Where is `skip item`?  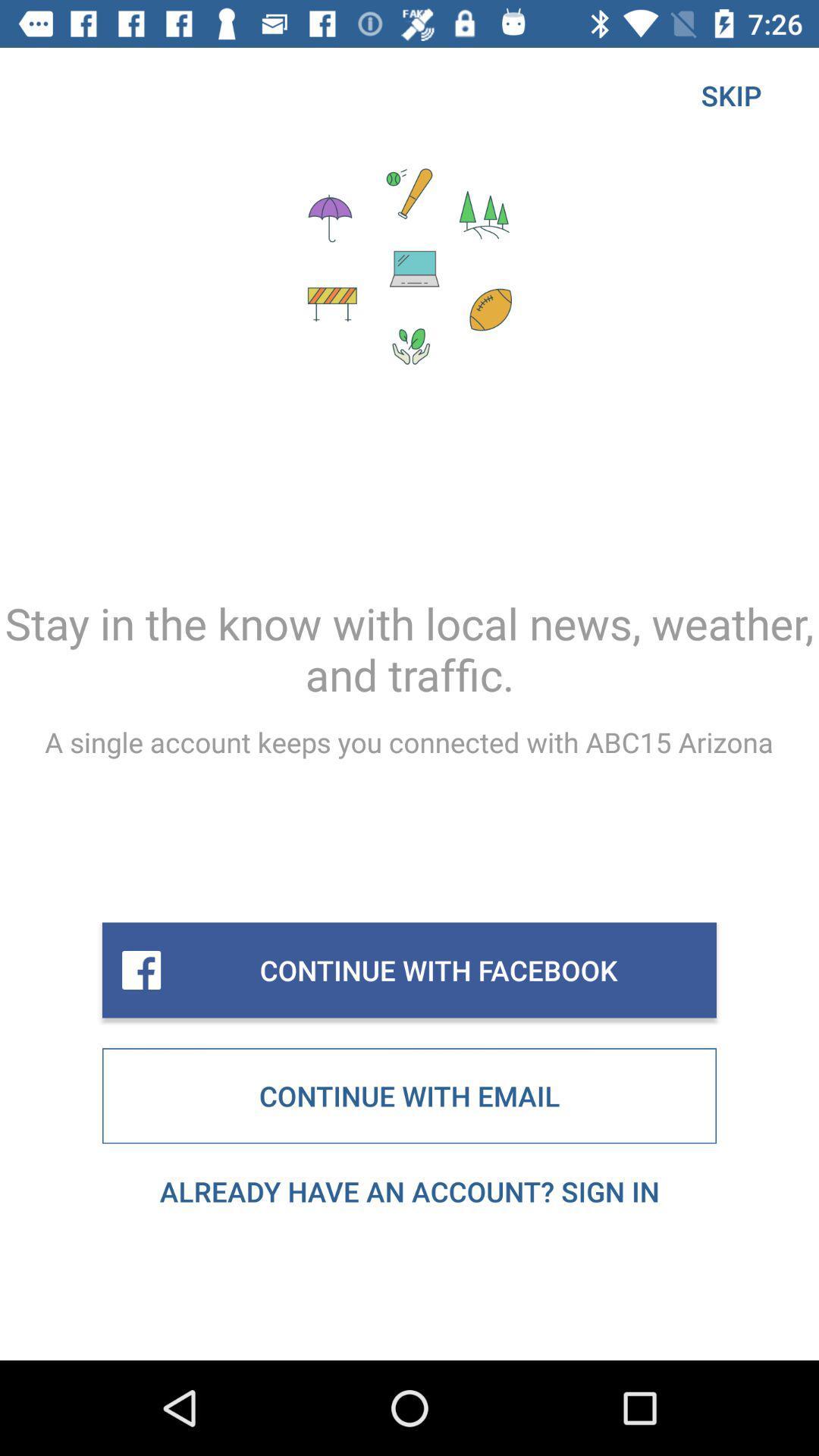
skip item is located at coordinates (730, 94).